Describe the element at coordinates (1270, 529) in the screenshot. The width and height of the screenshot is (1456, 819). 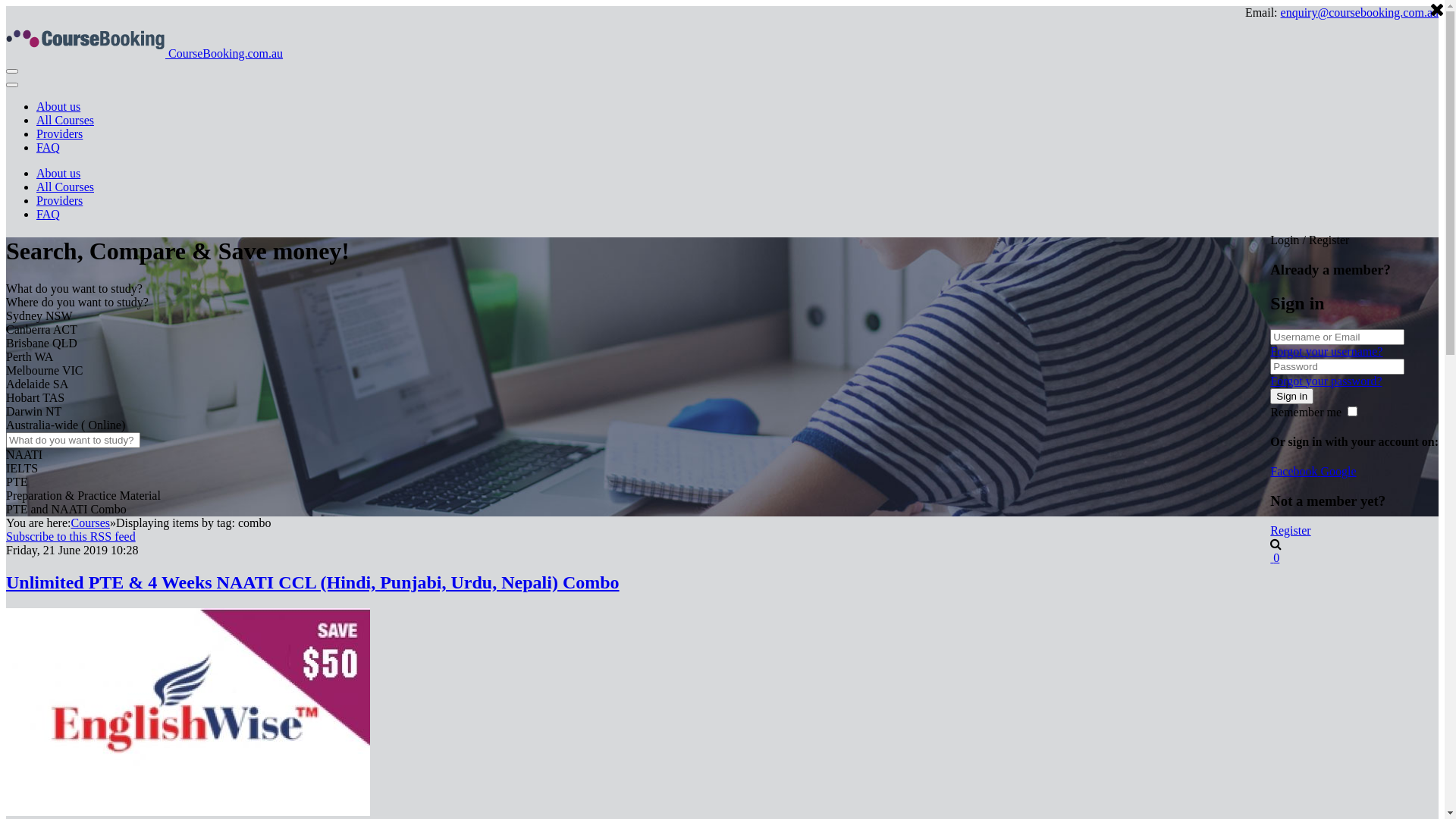
I see `'Register'` at that location.